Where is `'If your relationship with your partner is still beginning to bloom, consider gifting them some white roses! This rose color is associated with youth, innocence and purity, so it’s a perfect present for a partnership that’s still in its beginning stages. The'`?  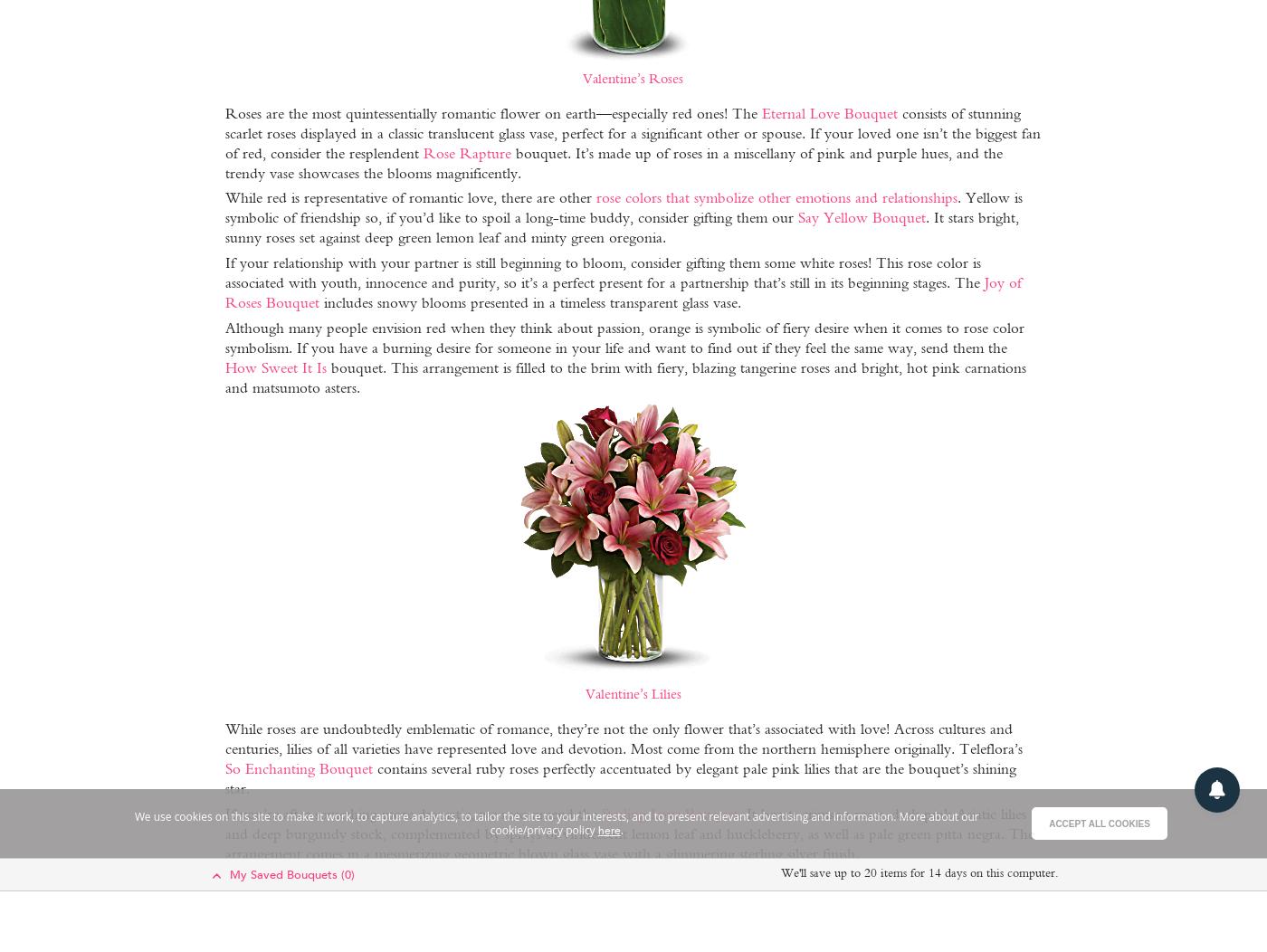 'If your relationship with your partner is still beginning to bloom, consider gifting them some white roses! This rose color is associated with youth, innocence and purity, so it’s a perfect present for a partnership that’s still in its beginning stages. The' is located at coordinates (224, 271).